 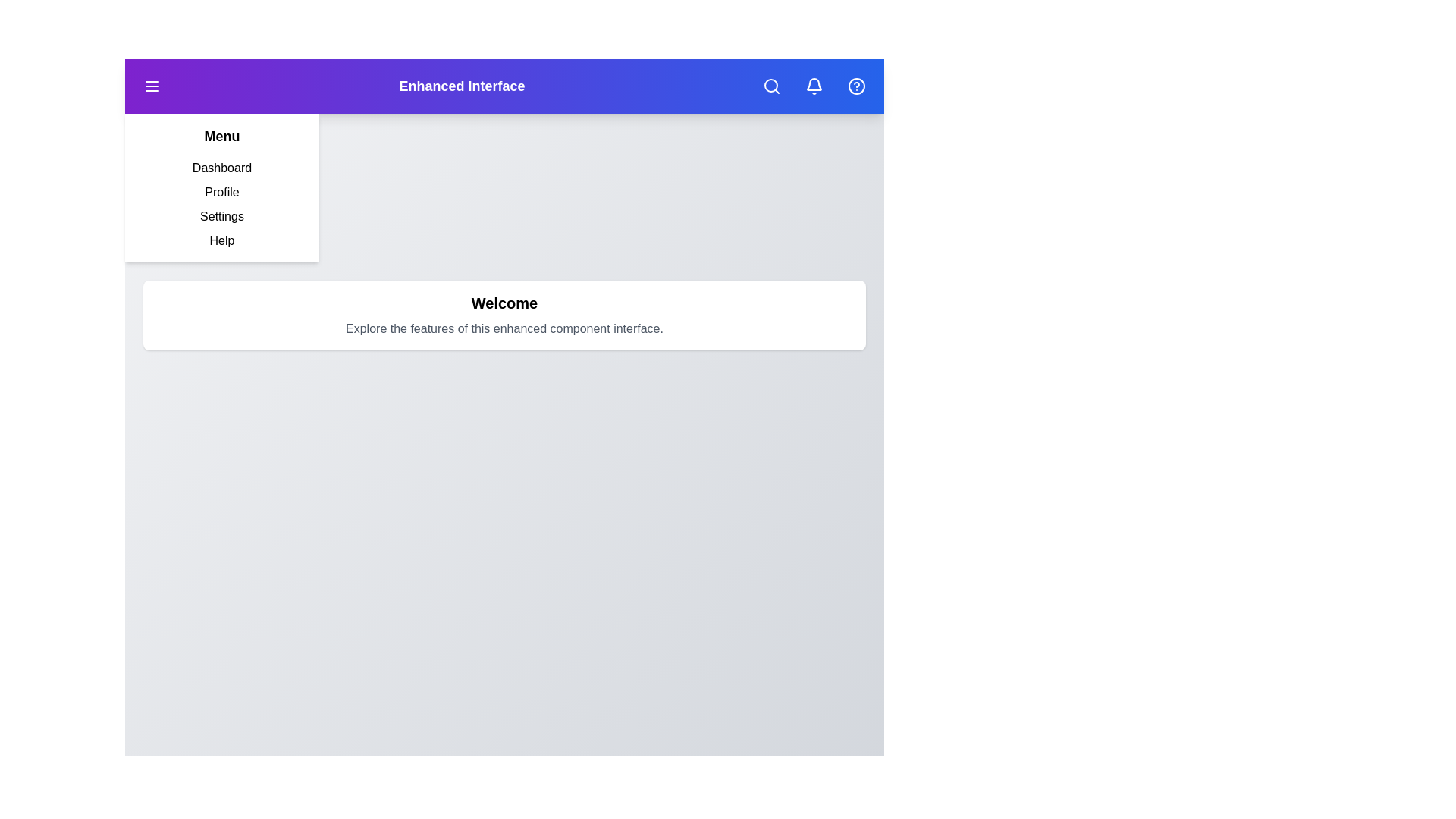 I want to click on the search button located in the top-right corner of the app bar, so click(x=771, y=86).